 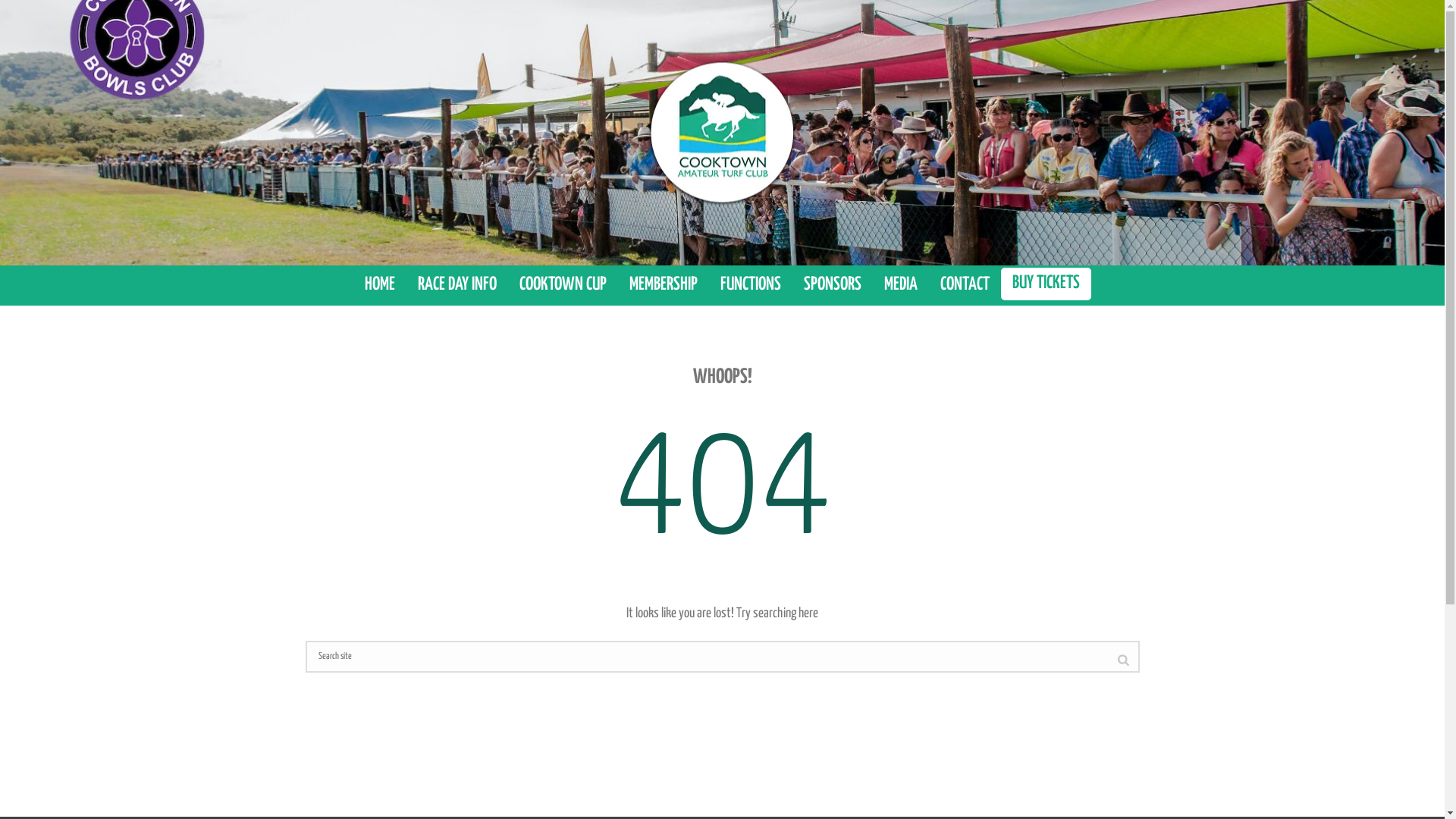 What do you see at coordinates (618, 285) in the screenshot?
I see `'MEMBERSHIP'` at bounding box center [618, 285].